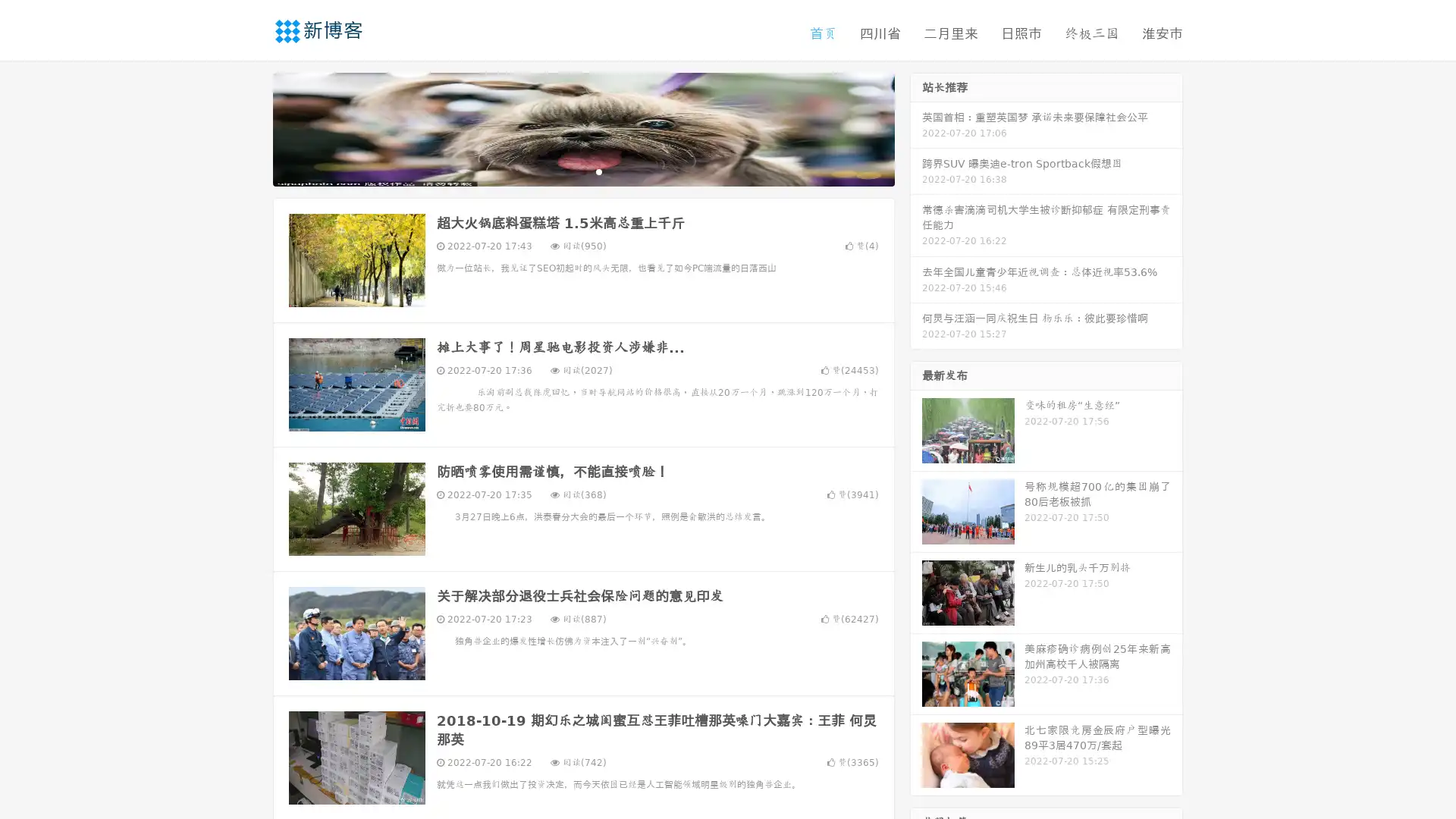 Image resolution: width=1456 pixels, height=819 pixels. I want to click on Previous slide, so click(250, 127).